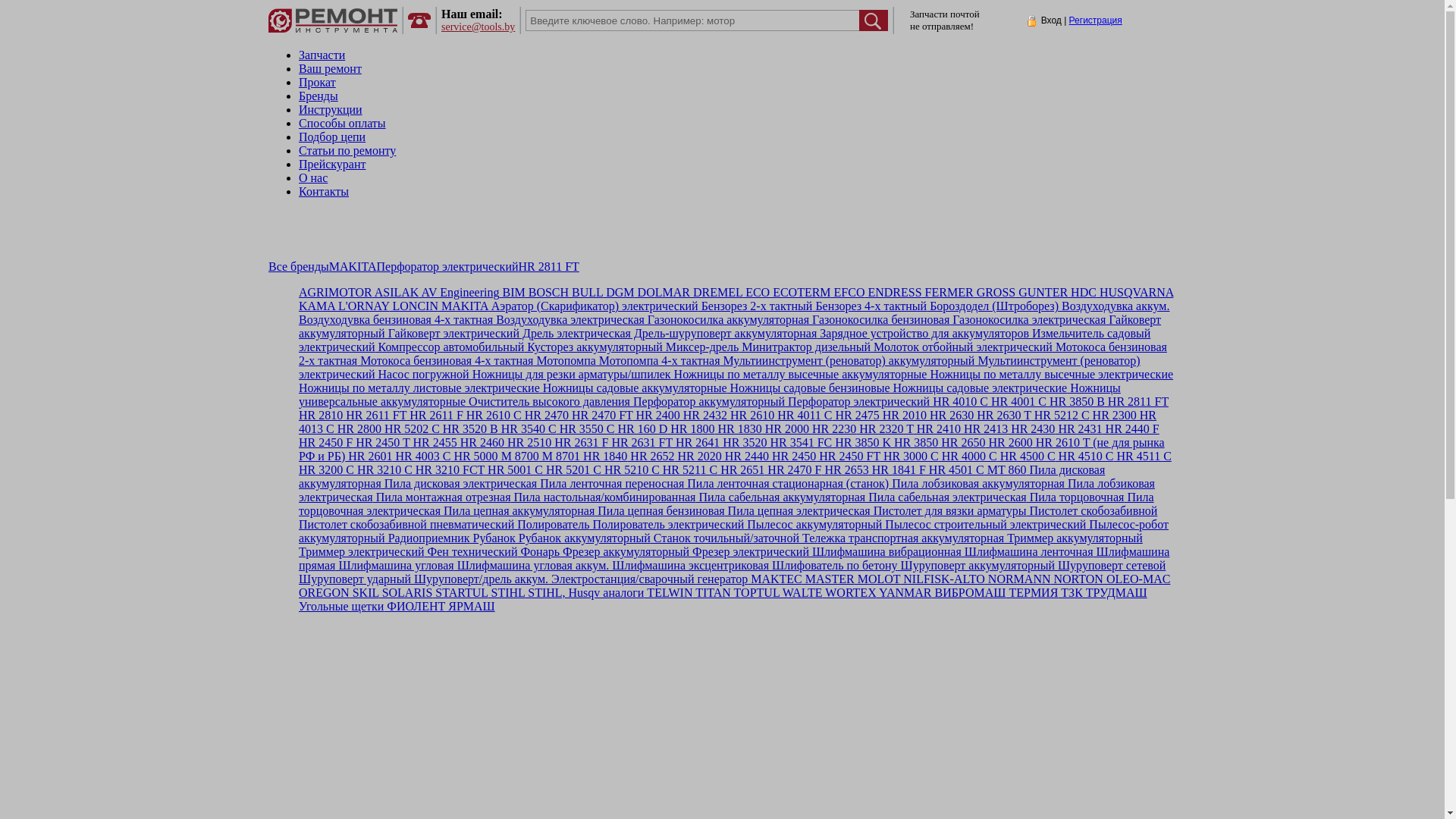 Image resolution: width=1456 pixels, height=819 pixels. Describe the element at coordinates (1105, 400) in the screenshot. I see `'HR 2811 FT'` at that location.